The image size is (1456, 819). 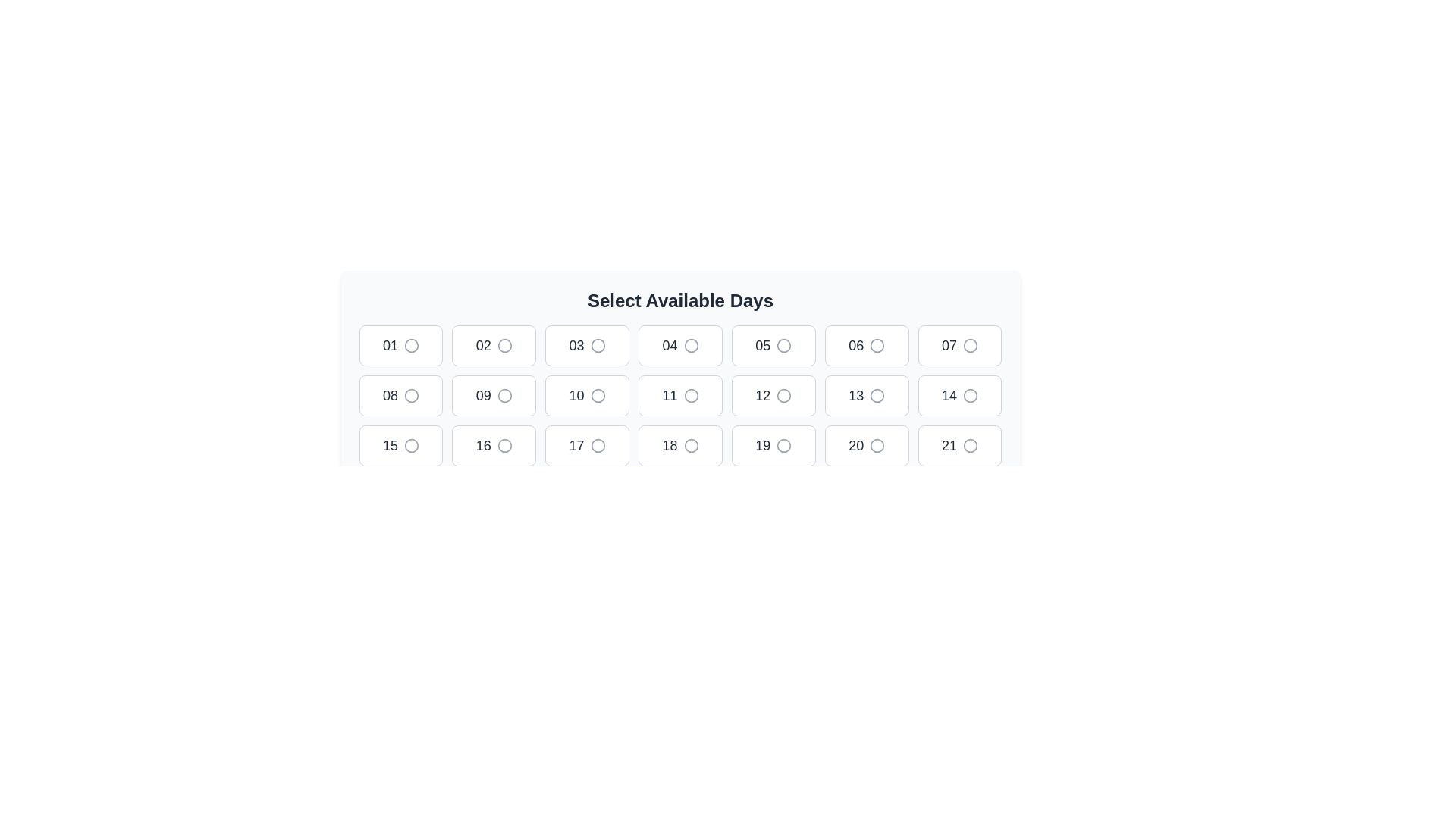 What do you see at coordinates (390, 394) in the screenshot?
I see `selectable date option '08' located in the second position of the second row in the calendar interface` at bounding box center [390, 394].